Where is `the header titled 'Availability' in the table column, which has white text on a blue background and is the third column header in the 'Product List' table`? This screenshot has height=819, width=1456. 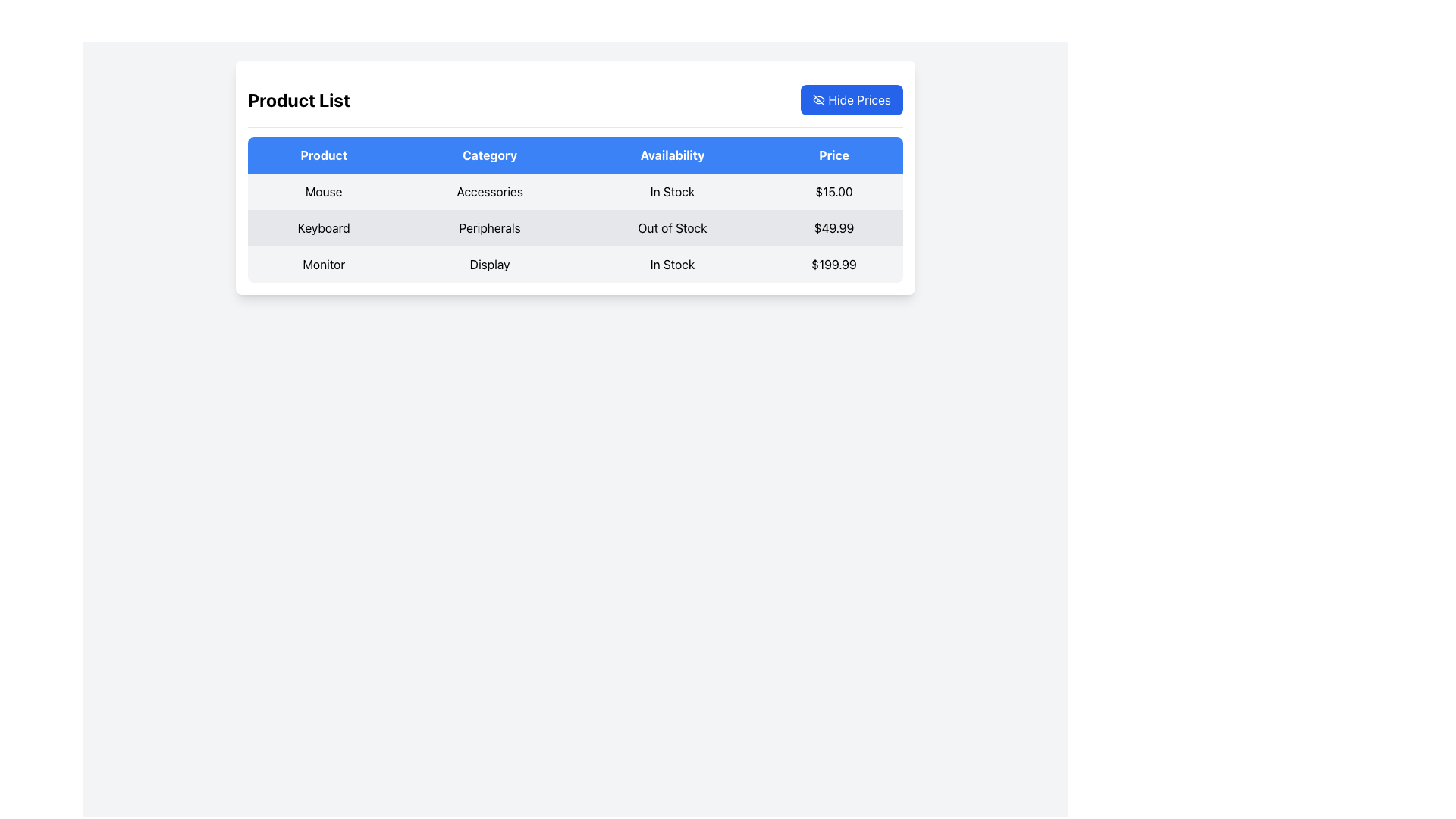 the header titled 'Availability' in the table column, which has white text on a blue background and is the third column header in the 'Product List' table is located at coordinates (672, 155).